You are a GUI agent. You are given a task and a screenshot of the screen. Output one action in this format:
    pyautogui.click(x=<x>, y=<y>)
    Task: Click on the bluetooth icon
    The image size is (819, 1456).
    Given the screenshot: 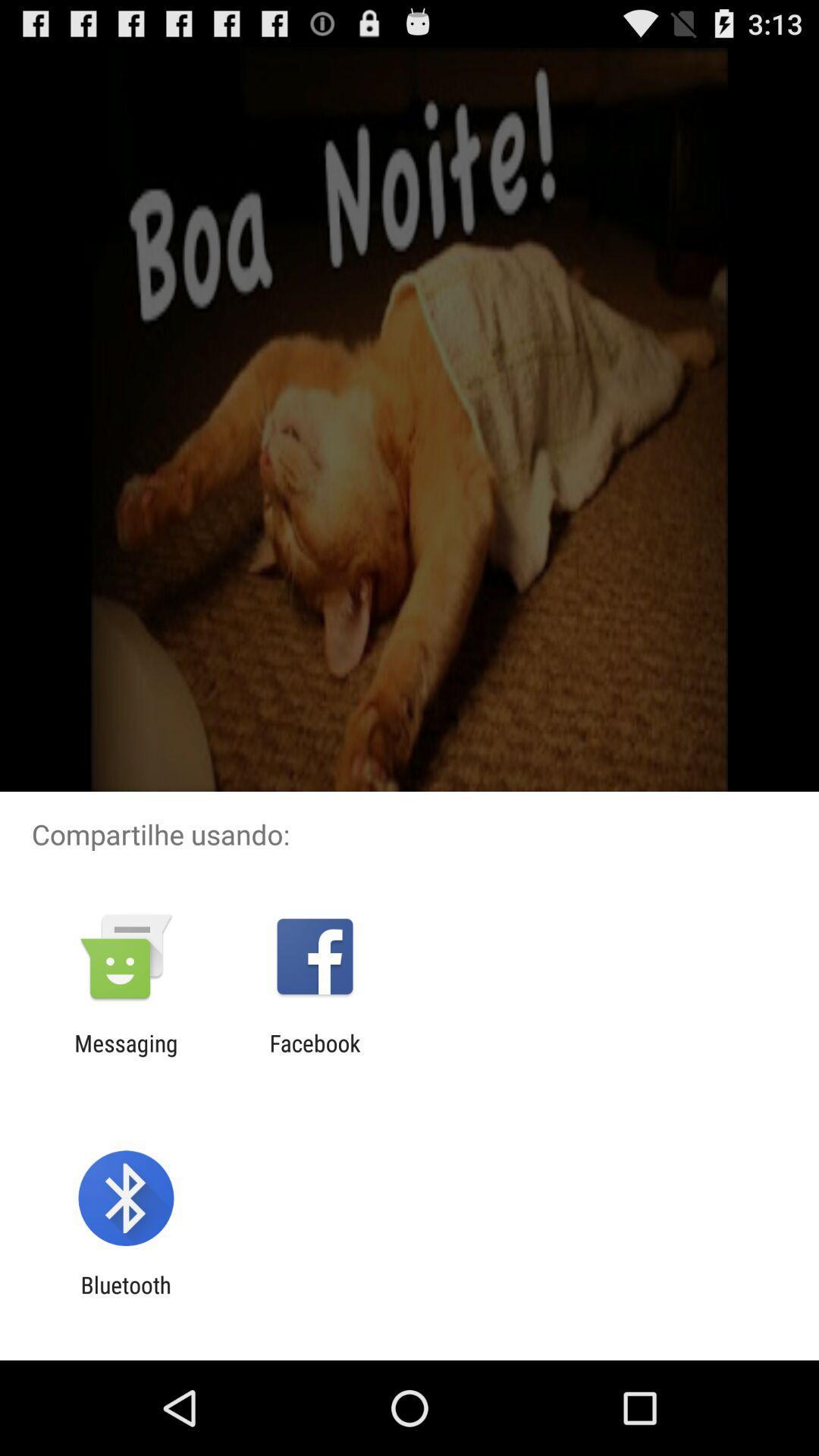 What is the action you would take?
    pyautogui.click(x=125, y=1298)
    